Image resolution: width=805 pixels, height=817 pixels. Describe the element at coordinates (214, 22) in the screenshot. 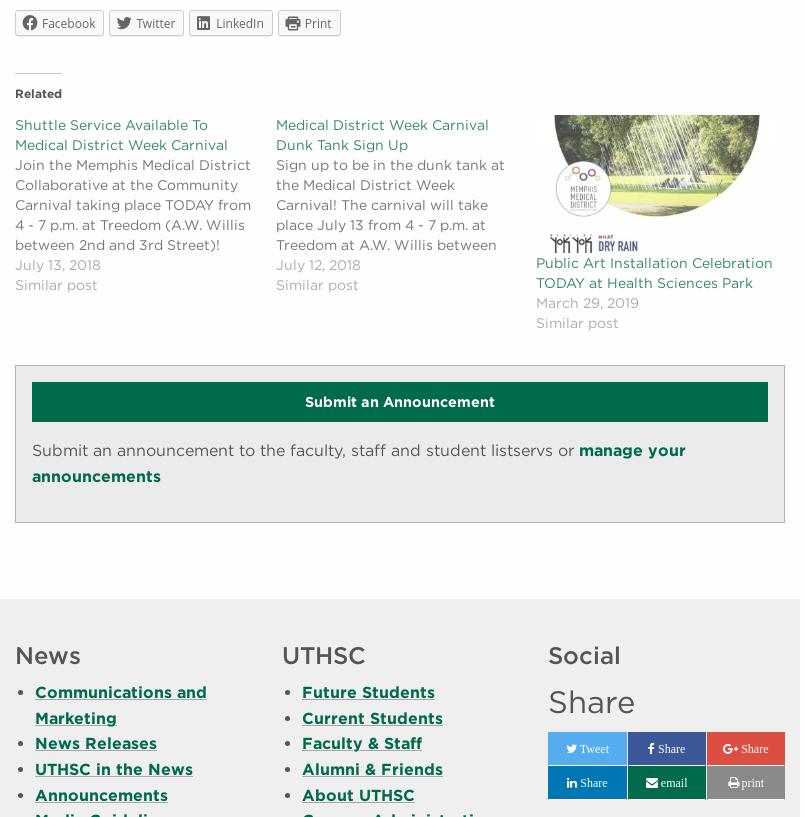

I see `'LinkedIn'` at that location.